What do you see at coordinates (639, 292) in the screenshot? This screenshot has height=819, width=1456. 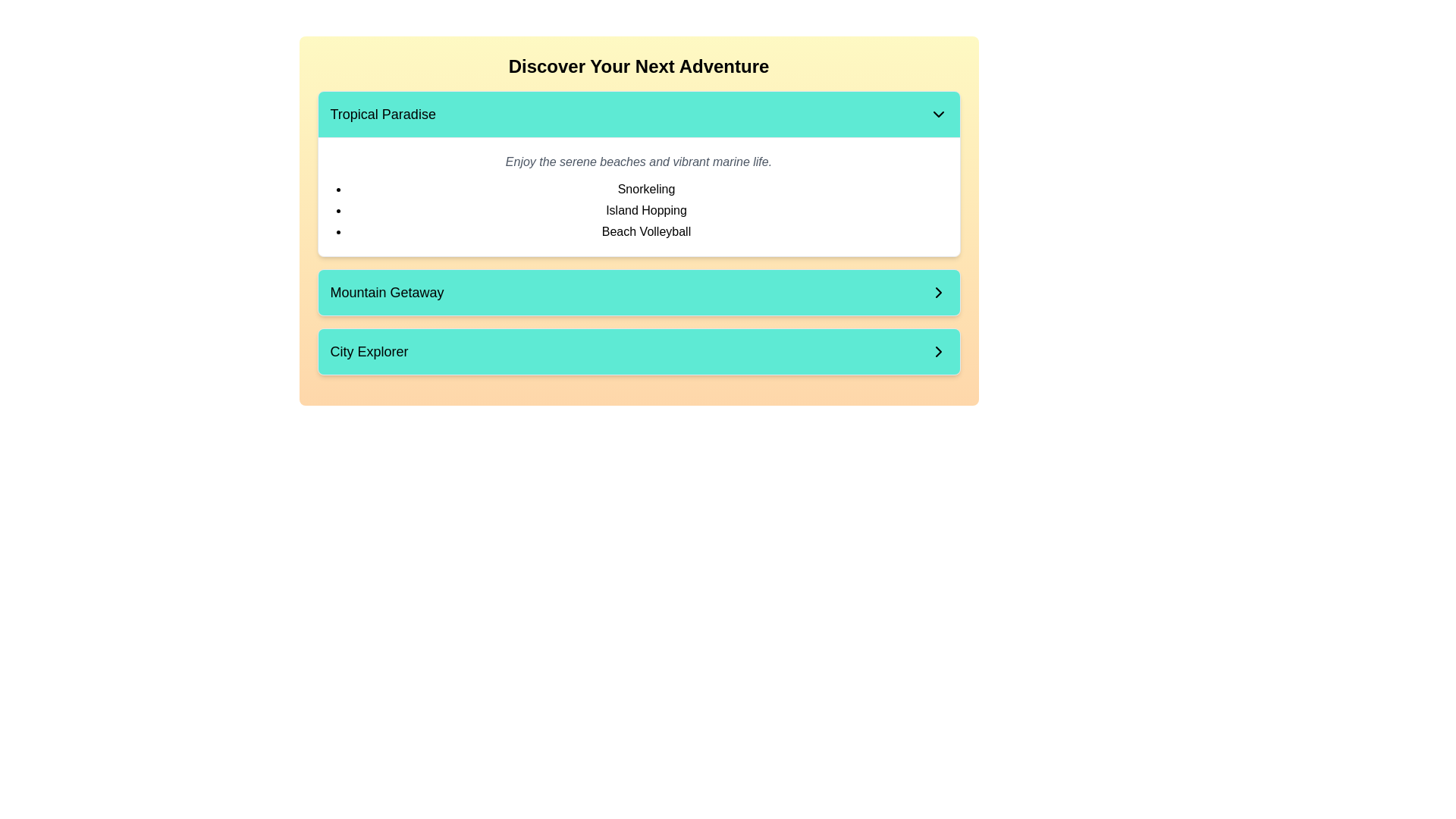 I see `the second button in the vertical list titled 'Mountain Getaway'` at bounding box center [639, 292].